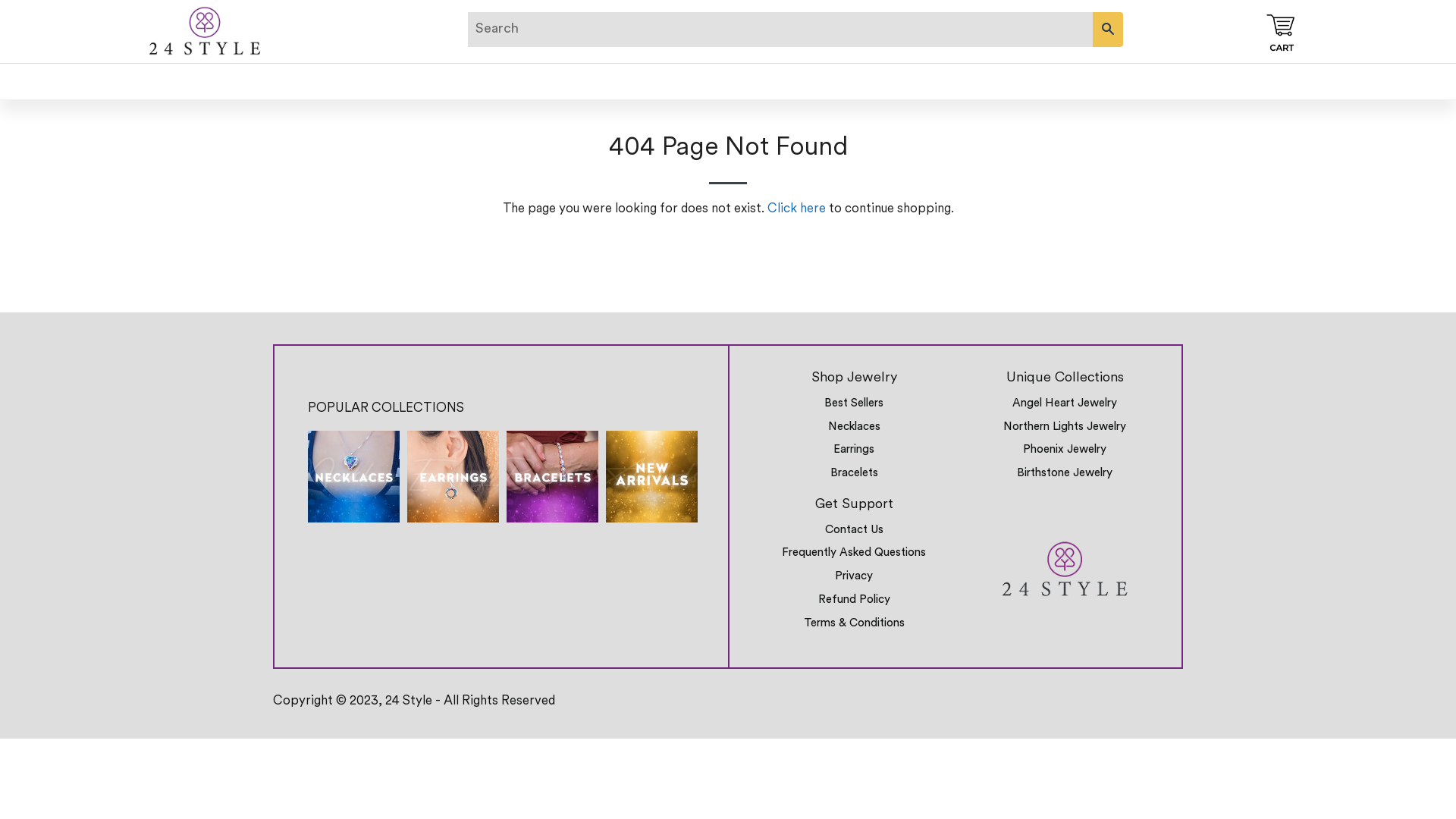  Describe the element at coordinates (854, 427) in the screenshot. I see `'Necklaces'` at that location.